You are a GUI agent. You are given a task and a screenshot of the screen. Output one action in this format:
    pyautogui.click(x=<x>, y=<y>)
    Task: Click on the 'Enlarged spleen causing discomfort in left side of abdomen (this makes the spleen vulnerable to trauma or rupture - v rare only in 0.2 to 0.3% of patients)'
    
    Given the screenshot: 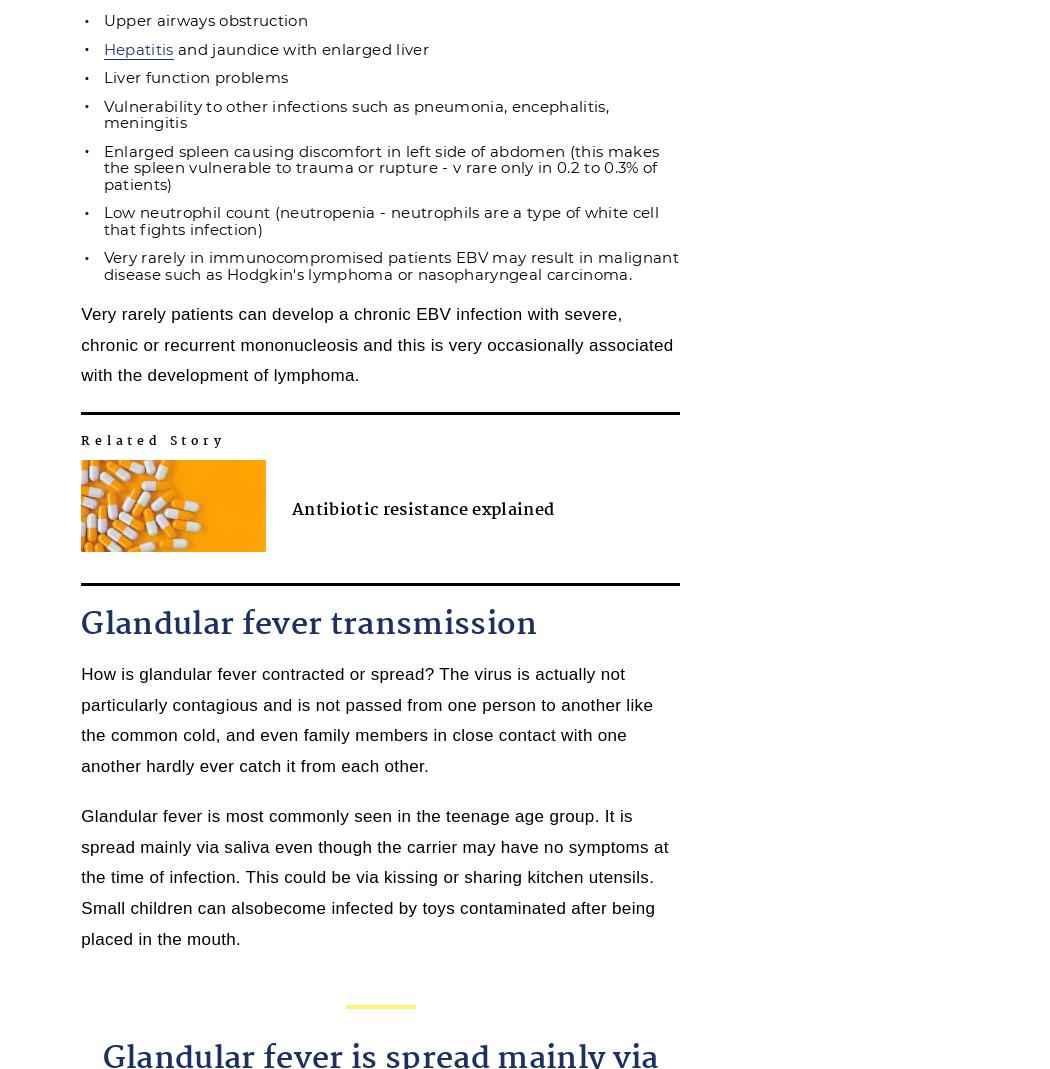 What is the action you would take?
    pyautogui.click(x=381, y=166)
    